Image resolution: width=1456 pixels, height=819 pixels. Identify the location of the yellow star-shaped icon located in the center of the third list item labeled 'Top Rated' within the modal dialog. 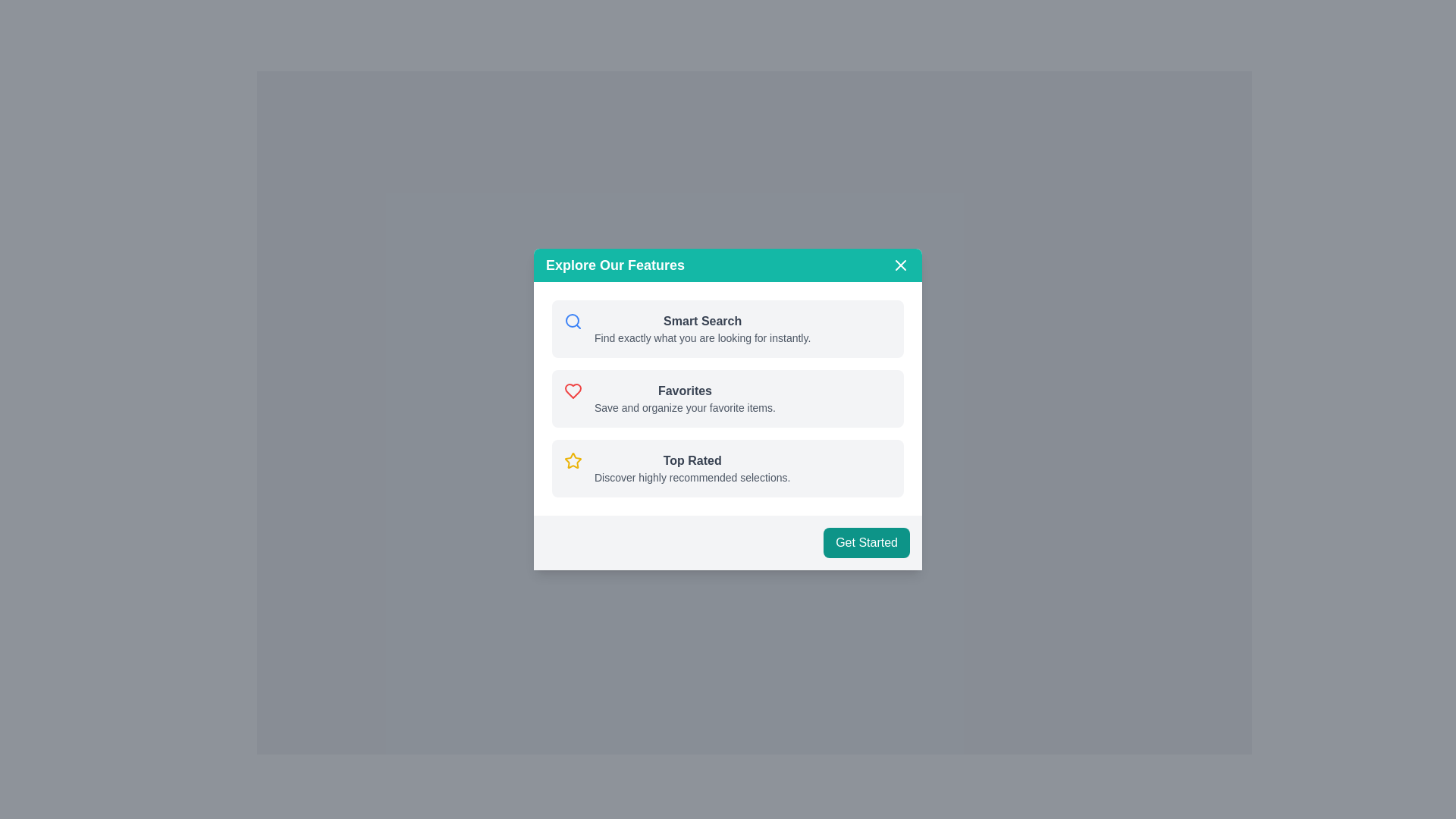
(572, 460).